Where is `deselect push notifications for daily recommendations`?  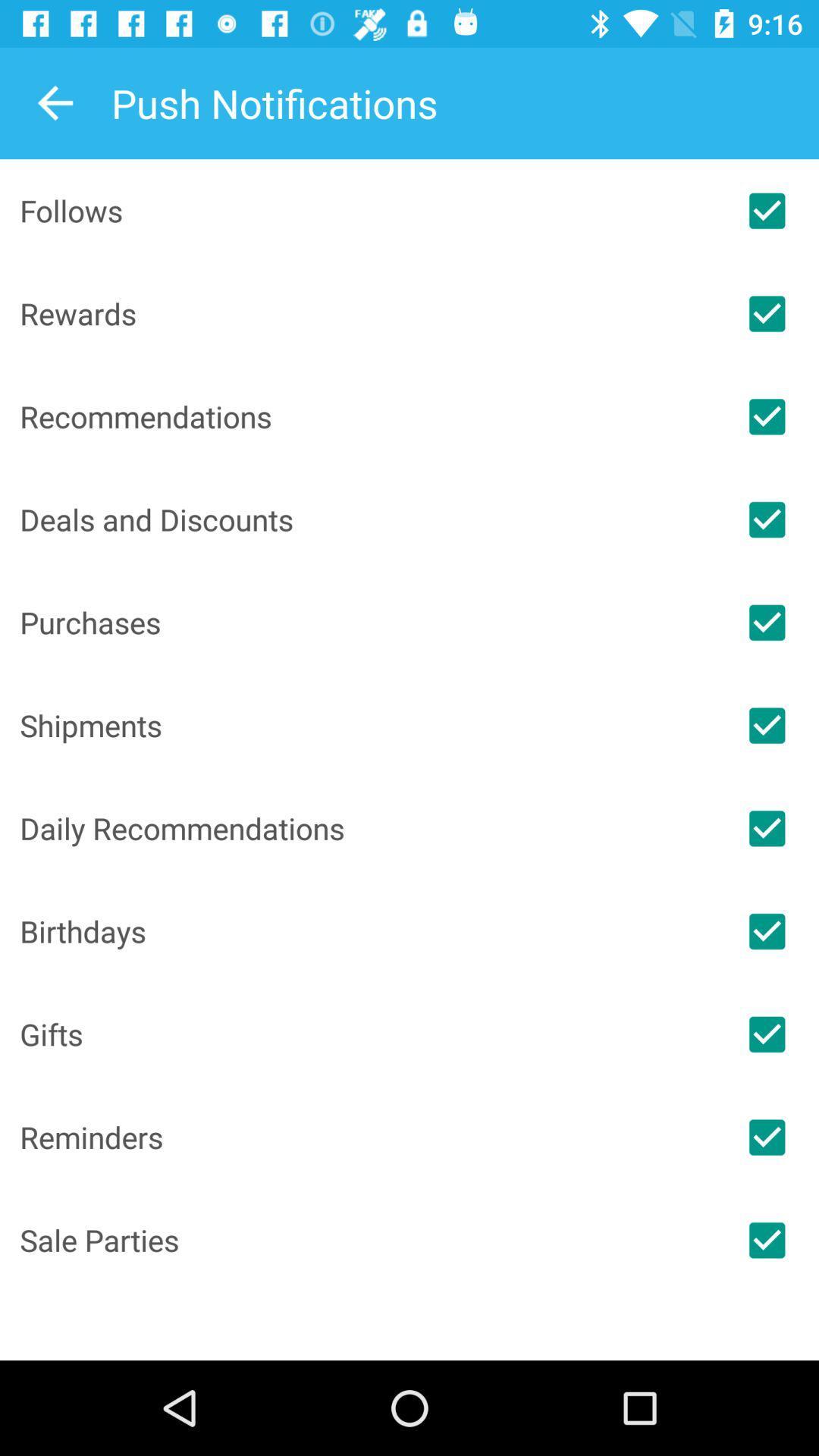 deselect push notifications for daily recommendations is located at coordinates (767, 827).